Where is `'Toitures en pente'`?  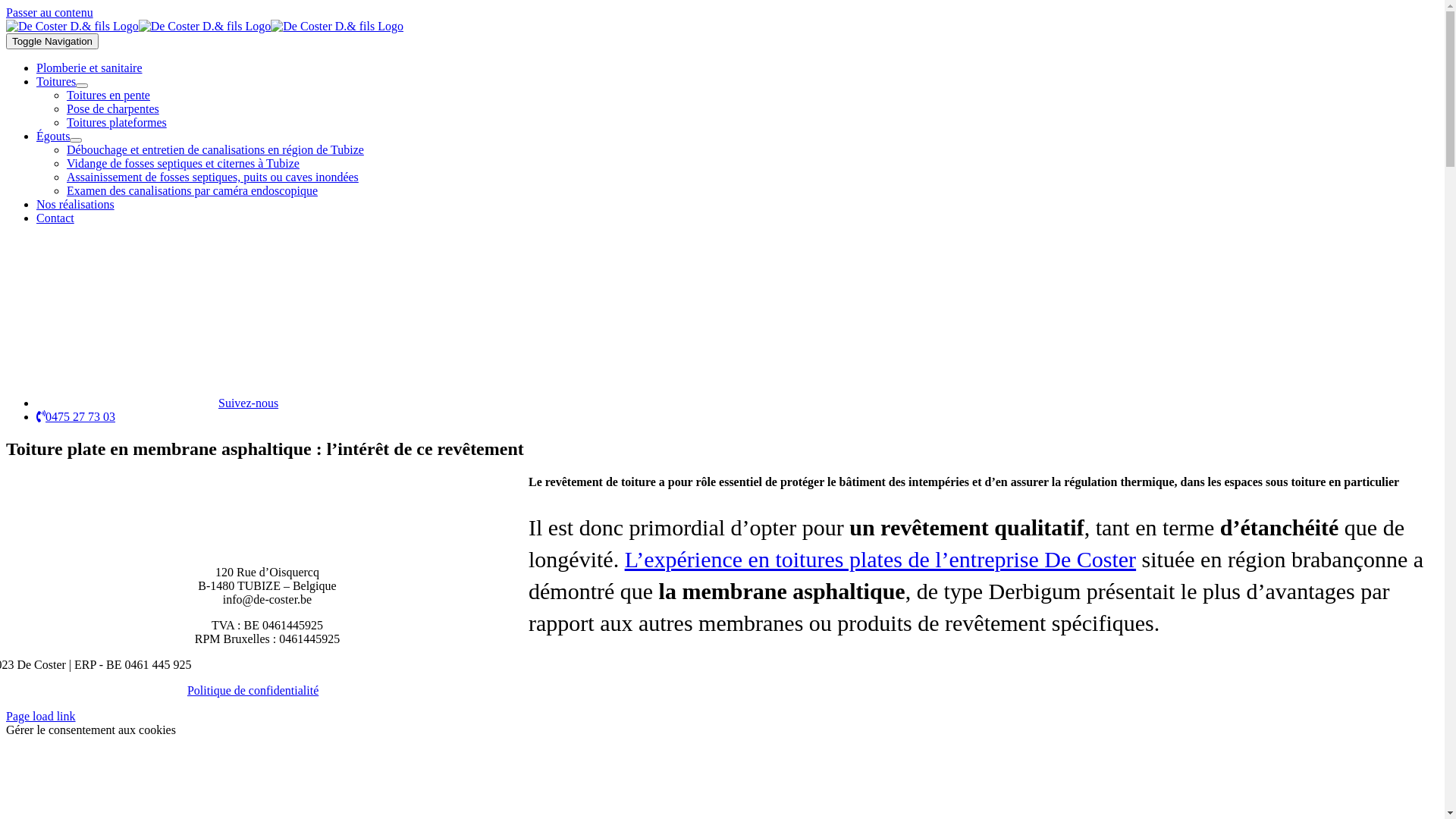
'Toitures en pente' is located at coordinates (108, 95).